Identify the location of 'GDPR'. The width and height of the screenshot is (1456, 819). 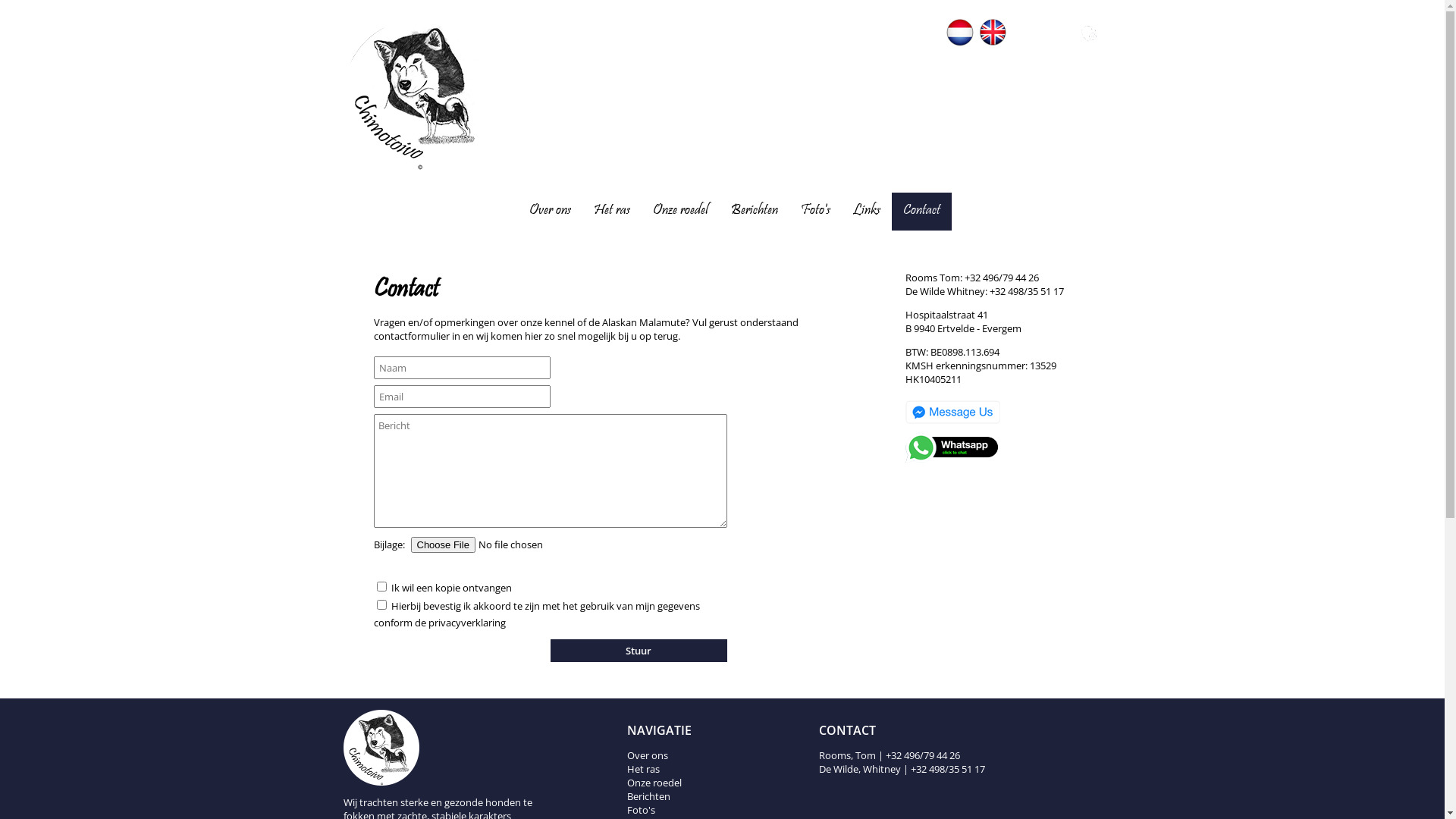
(1087, 33).